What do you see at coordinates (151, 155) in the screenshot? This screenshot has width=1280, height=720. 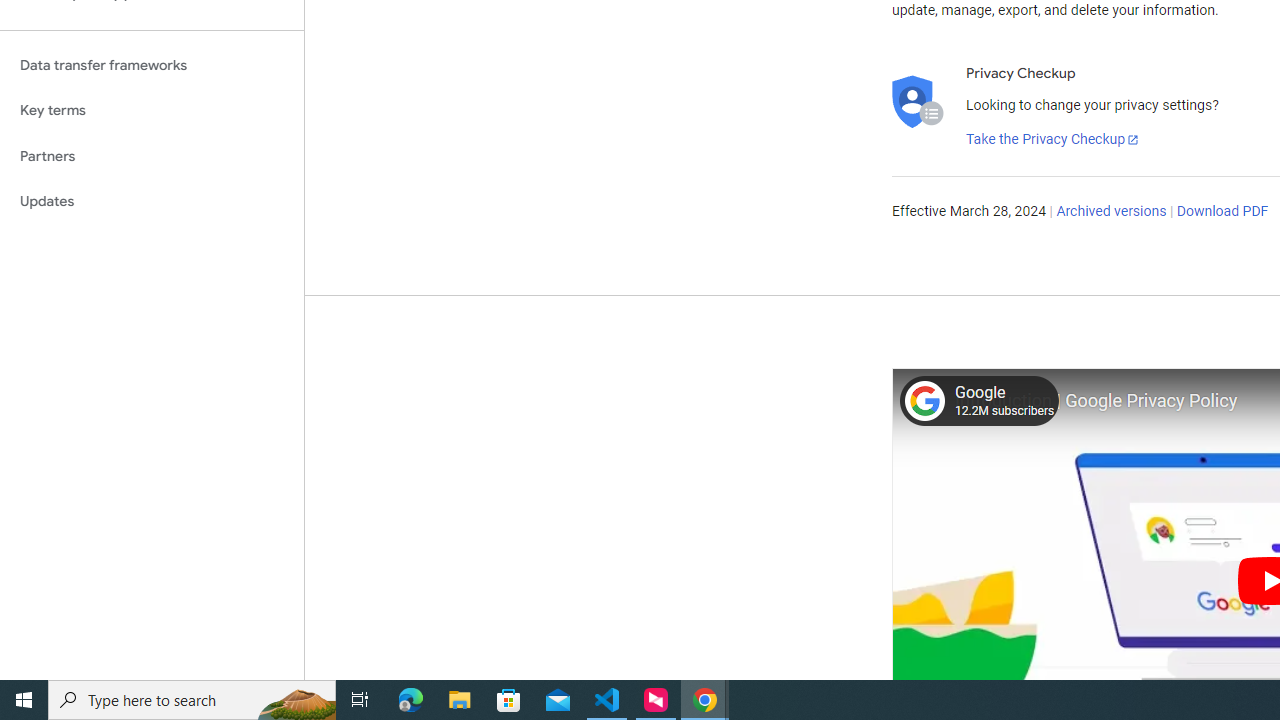 I see `'Partners'` at bounding box center [151, 155].